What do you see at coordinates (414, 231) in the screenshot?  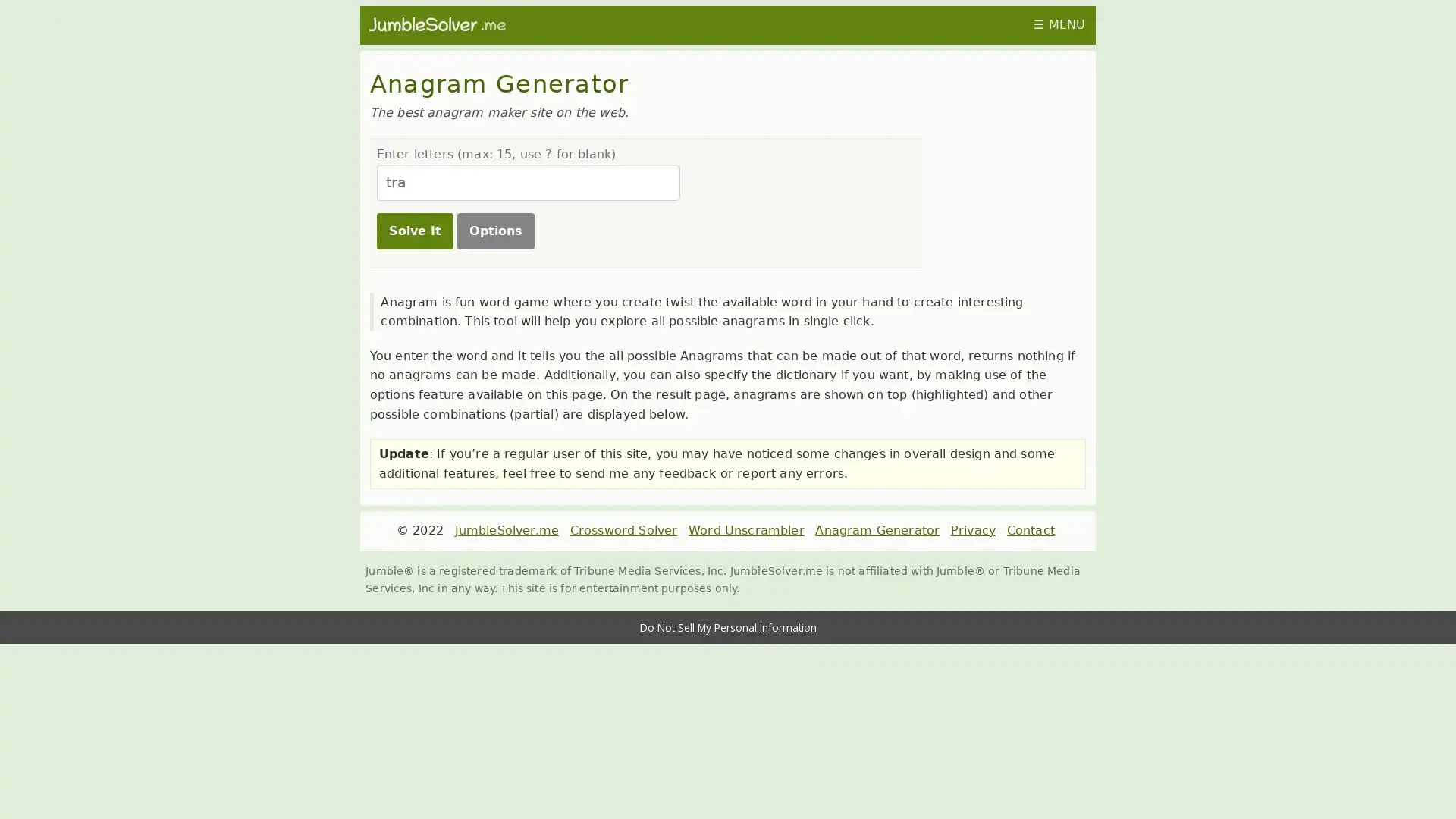 I see `Solve It` at bounding box center [414, 231].